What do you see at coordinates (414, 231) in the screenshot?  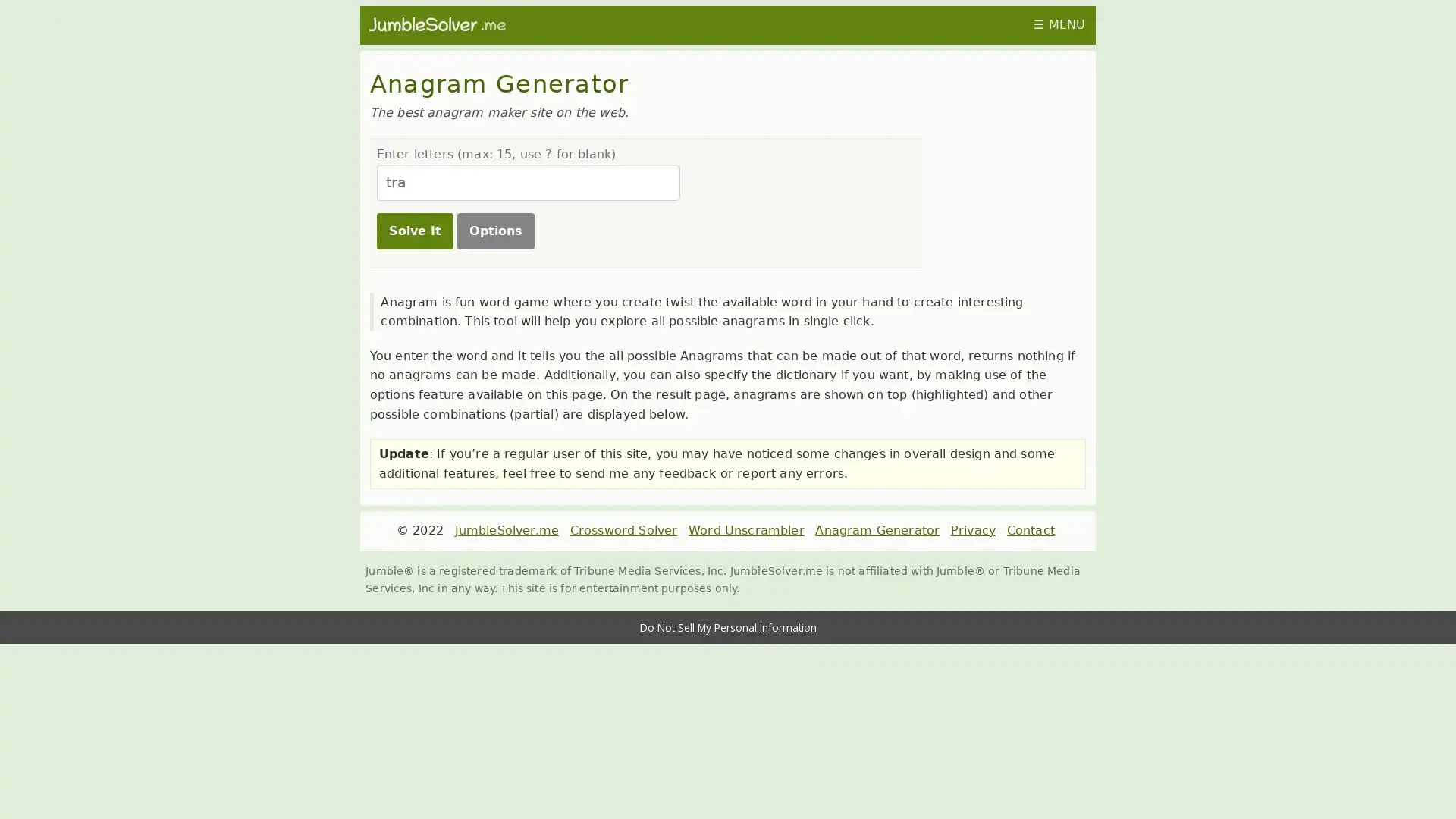 I see `Solve It` at bounding box center [414, 231].